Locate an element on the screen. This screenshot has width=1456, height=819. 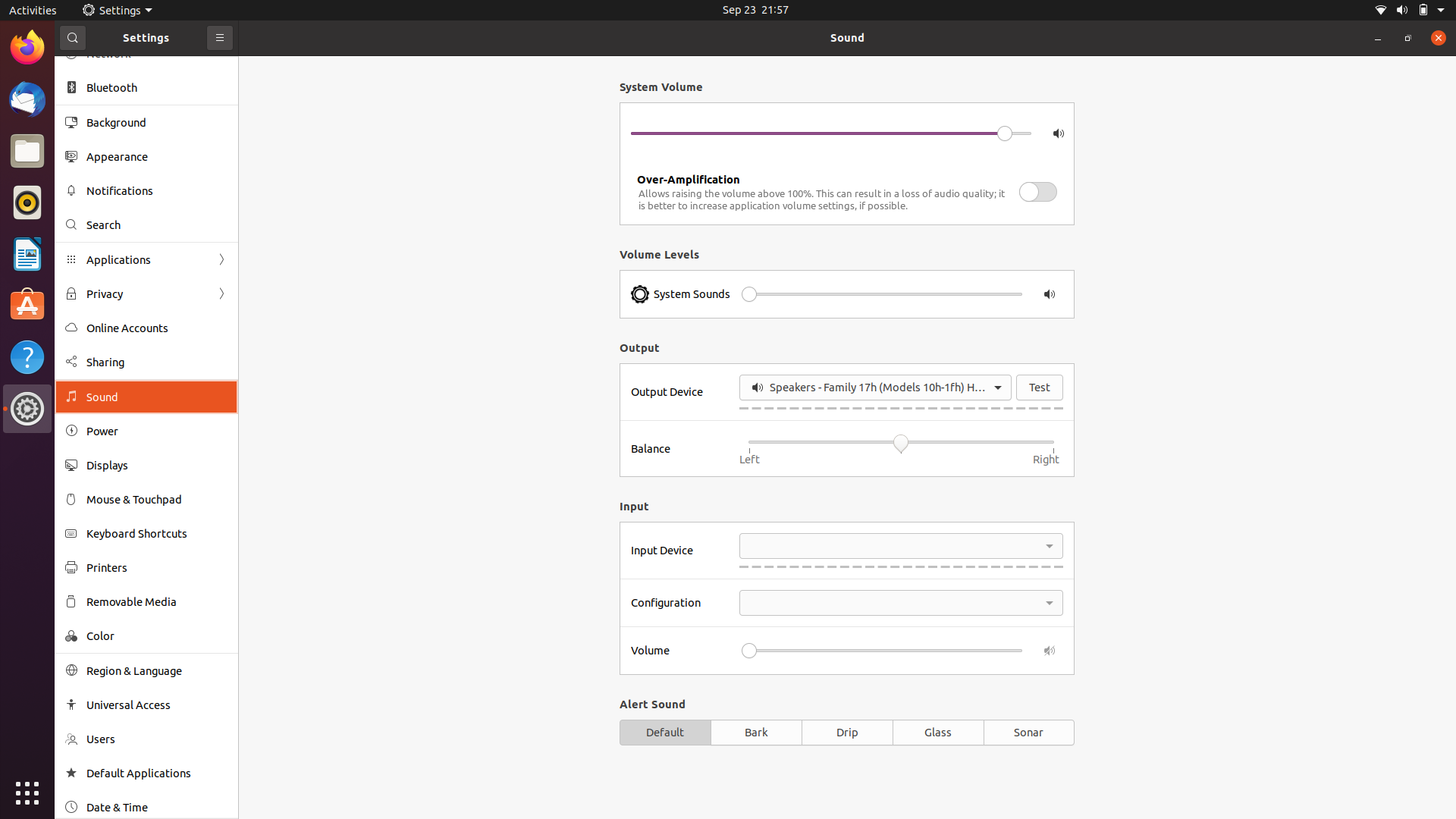
region and language preferences is located at coordinates (146, 670).